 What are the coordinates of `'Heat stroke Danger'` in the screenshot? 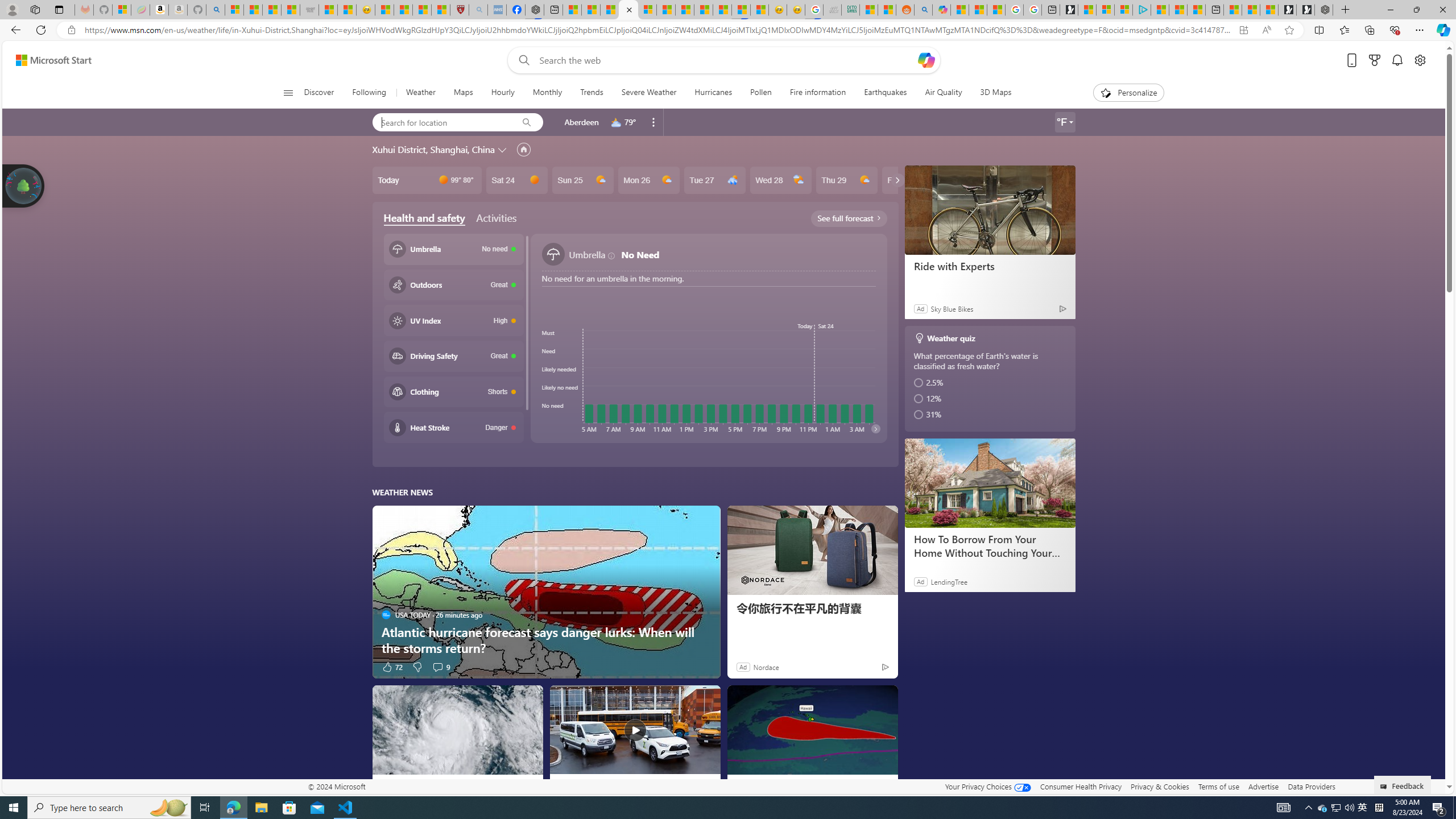 It's located at (453, 427).